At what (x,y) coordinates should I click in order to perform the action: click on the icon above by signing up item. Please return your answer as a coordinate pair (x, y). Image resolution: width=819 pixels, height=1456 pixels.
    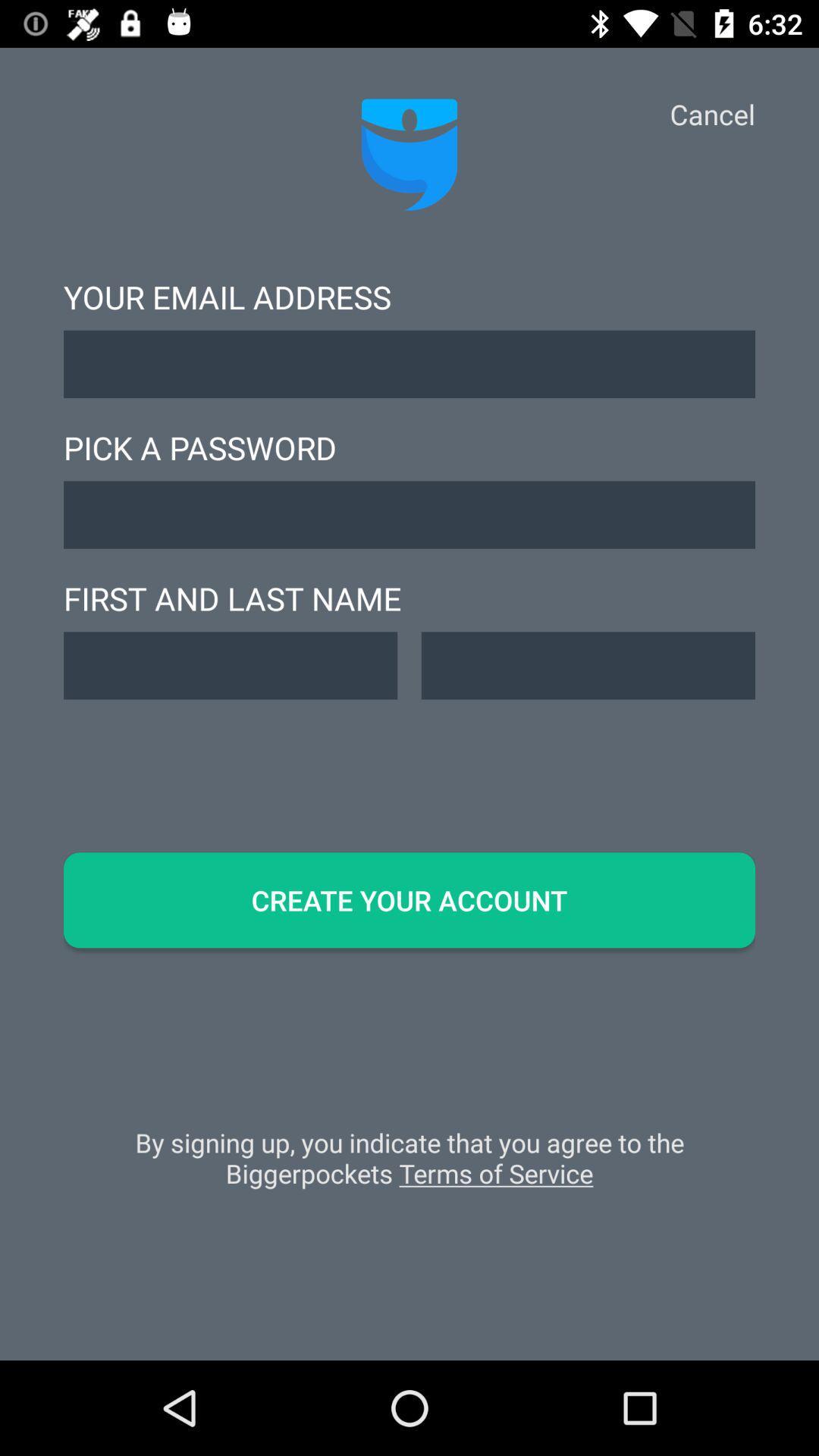
    Looking at the image, I should click on (409, 900).